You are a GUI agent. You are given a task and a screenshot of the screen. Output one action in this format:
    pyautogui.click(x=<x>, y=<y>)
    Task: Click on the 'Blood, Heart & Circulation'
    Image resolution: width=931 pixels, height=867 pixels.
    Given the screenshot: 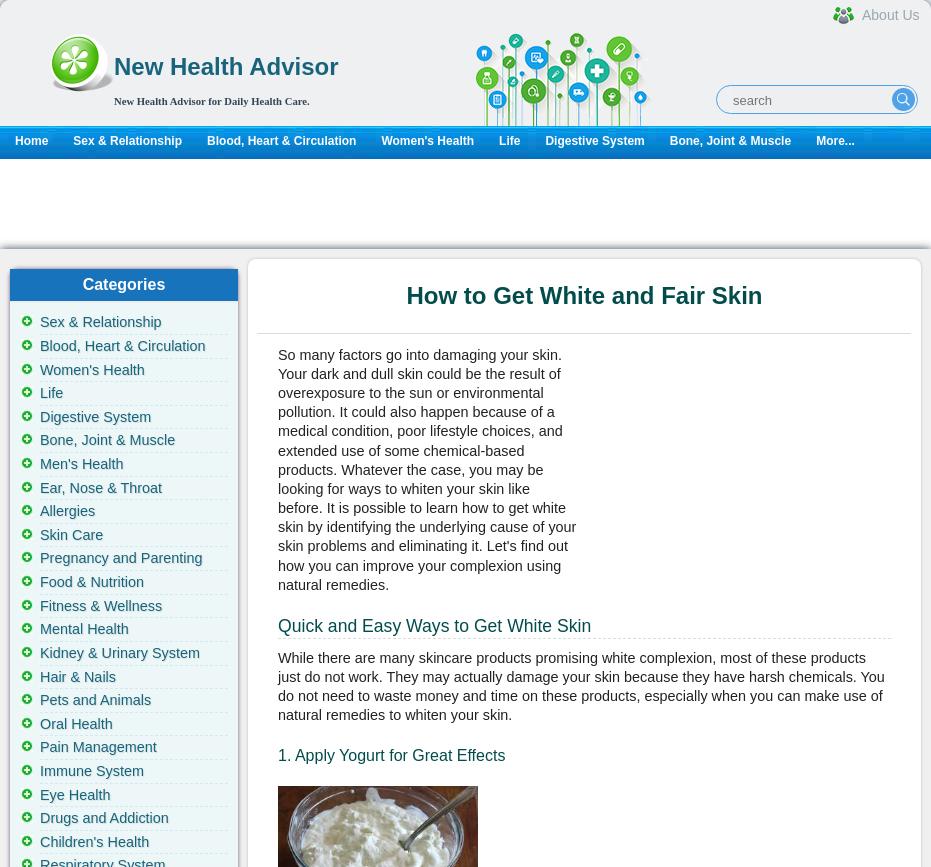 What is the action you would take?
    pyautogui.click(x=39, y=346)
    